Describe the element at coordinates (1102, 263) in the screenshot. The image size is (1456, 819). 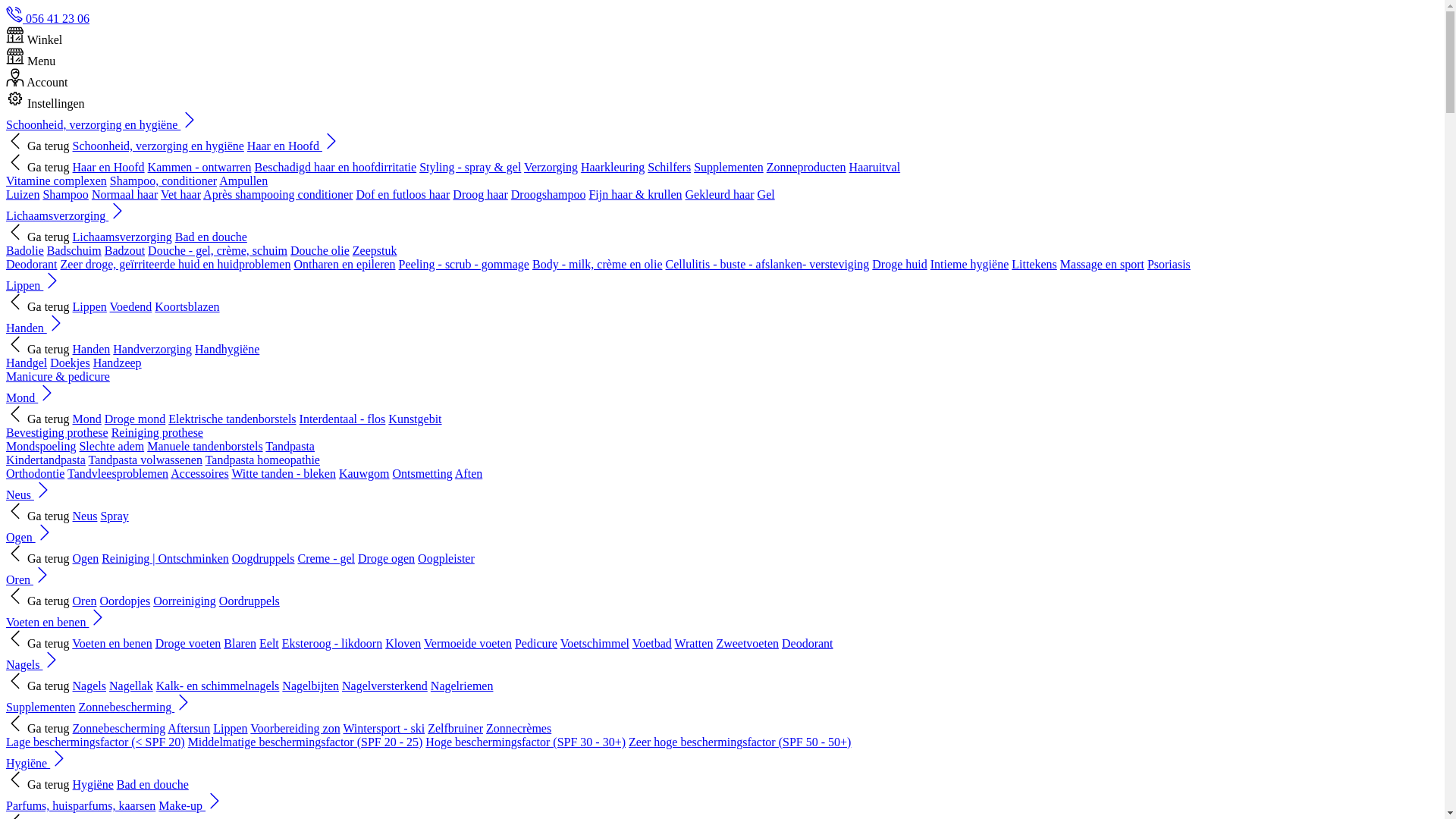
I see `'Massage en sport'` at that location.